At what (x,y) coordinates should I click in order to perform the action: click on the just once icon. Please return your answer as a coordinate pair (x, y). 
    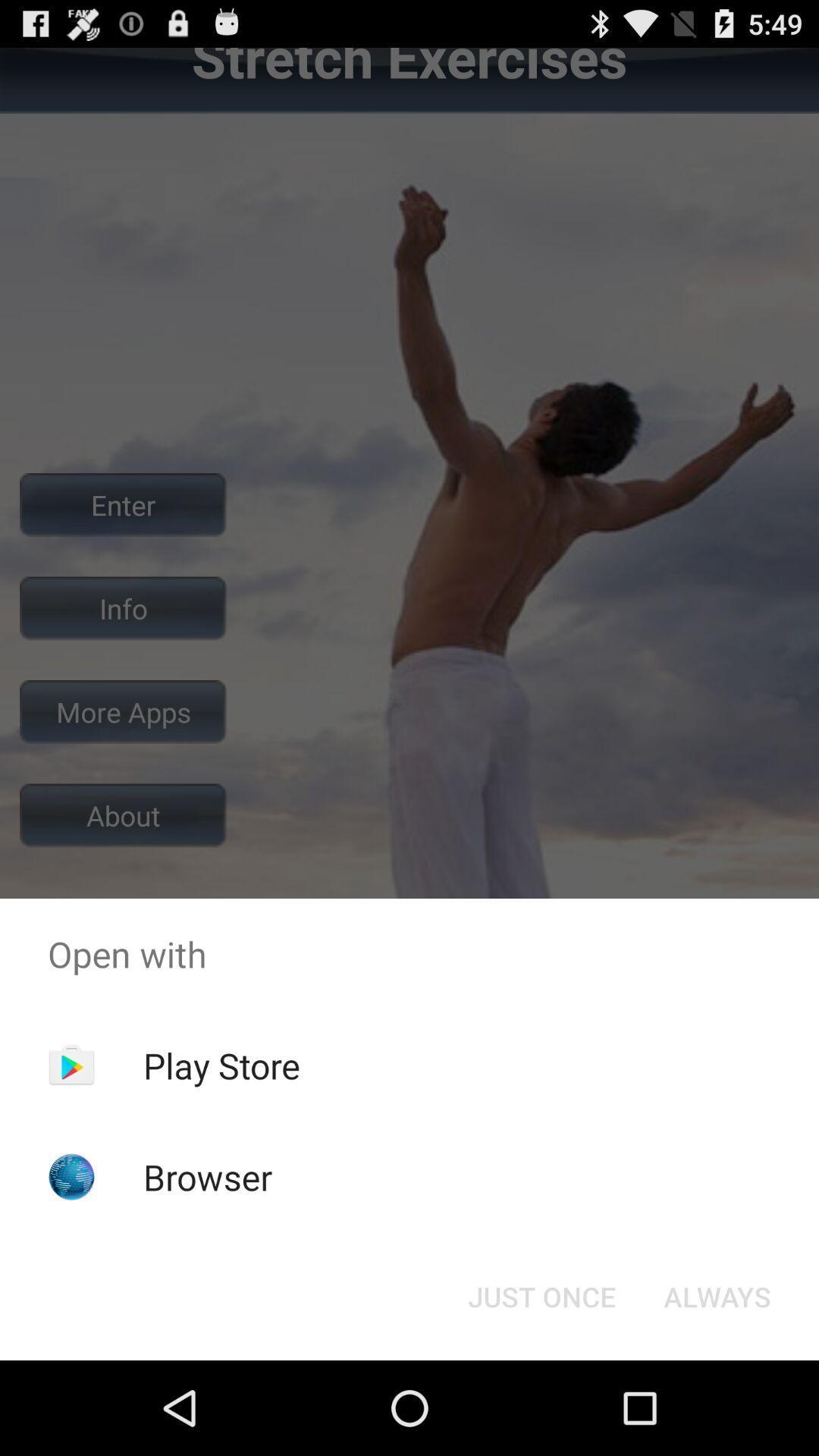
    Looking at the image, I should click on (541, 1295).